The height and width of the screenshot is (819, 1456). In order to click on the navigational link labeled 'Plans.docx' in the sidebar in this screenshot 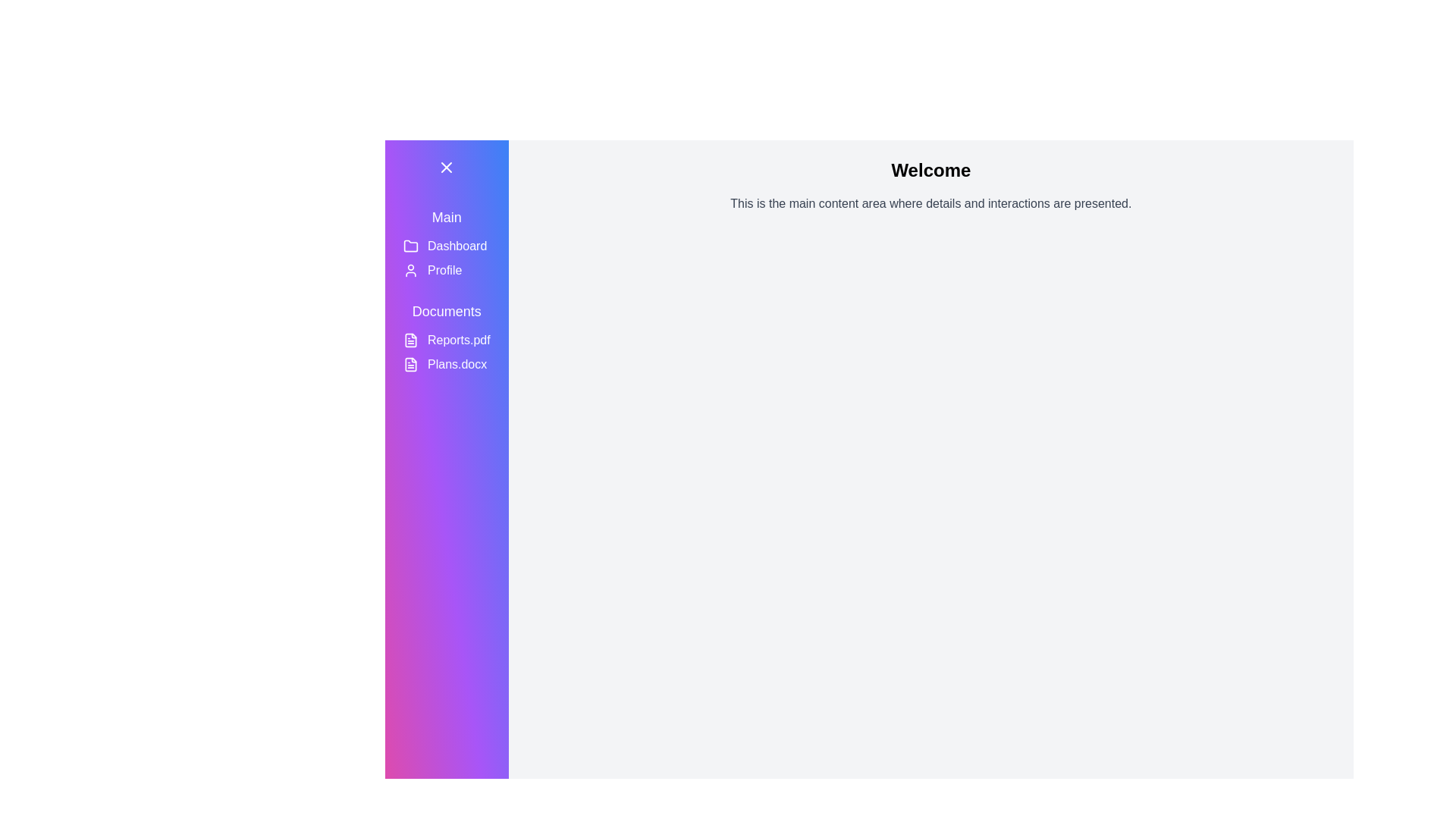, I will do `click(457, 365)`.